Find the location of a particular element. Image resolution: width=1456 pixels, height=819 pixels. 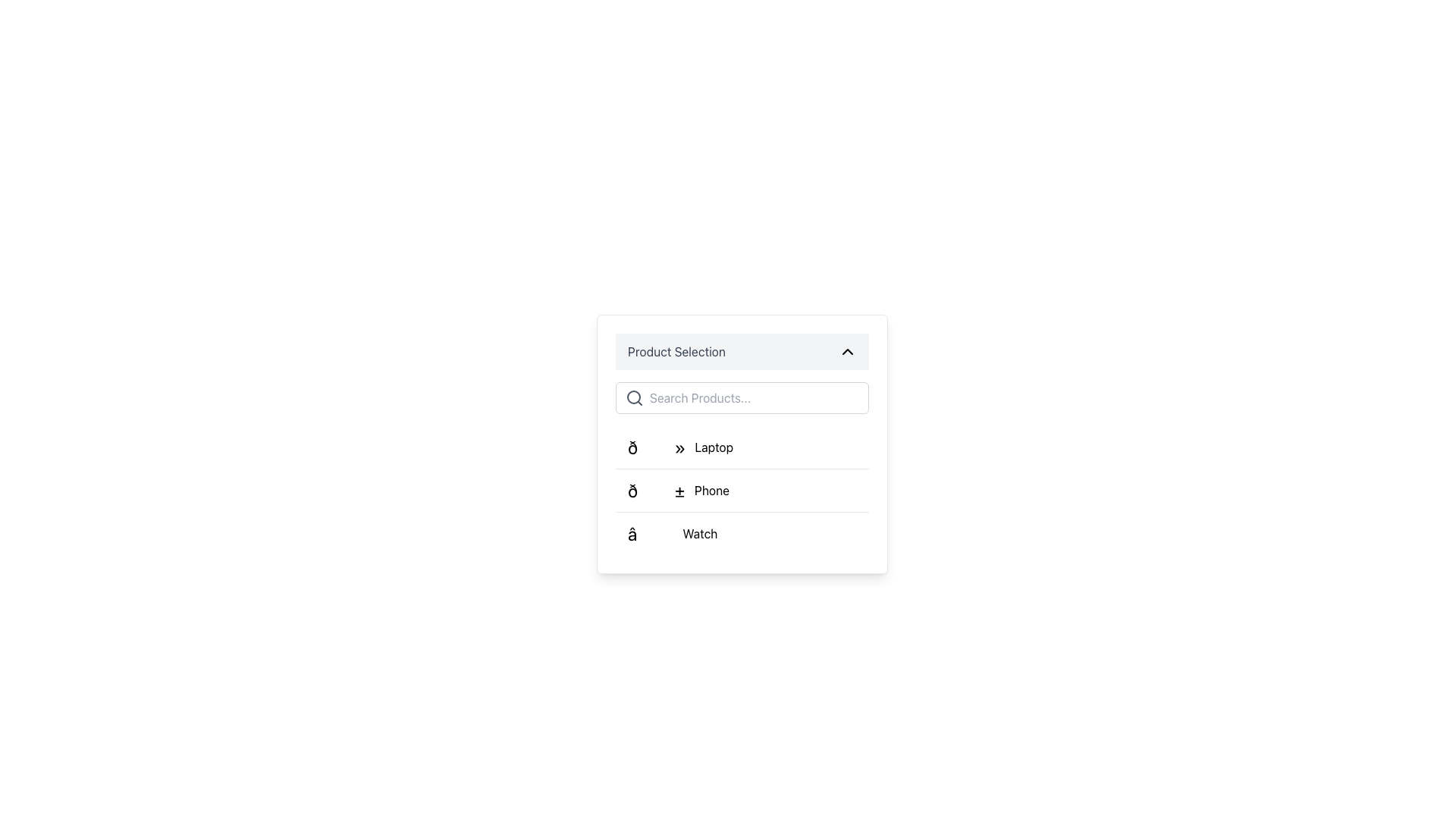

the text label displaying the word 'Laptop' in black font, which is part of the product selection interface and positioned under the 'Product Selection' header is located at coordinates (713, 447).